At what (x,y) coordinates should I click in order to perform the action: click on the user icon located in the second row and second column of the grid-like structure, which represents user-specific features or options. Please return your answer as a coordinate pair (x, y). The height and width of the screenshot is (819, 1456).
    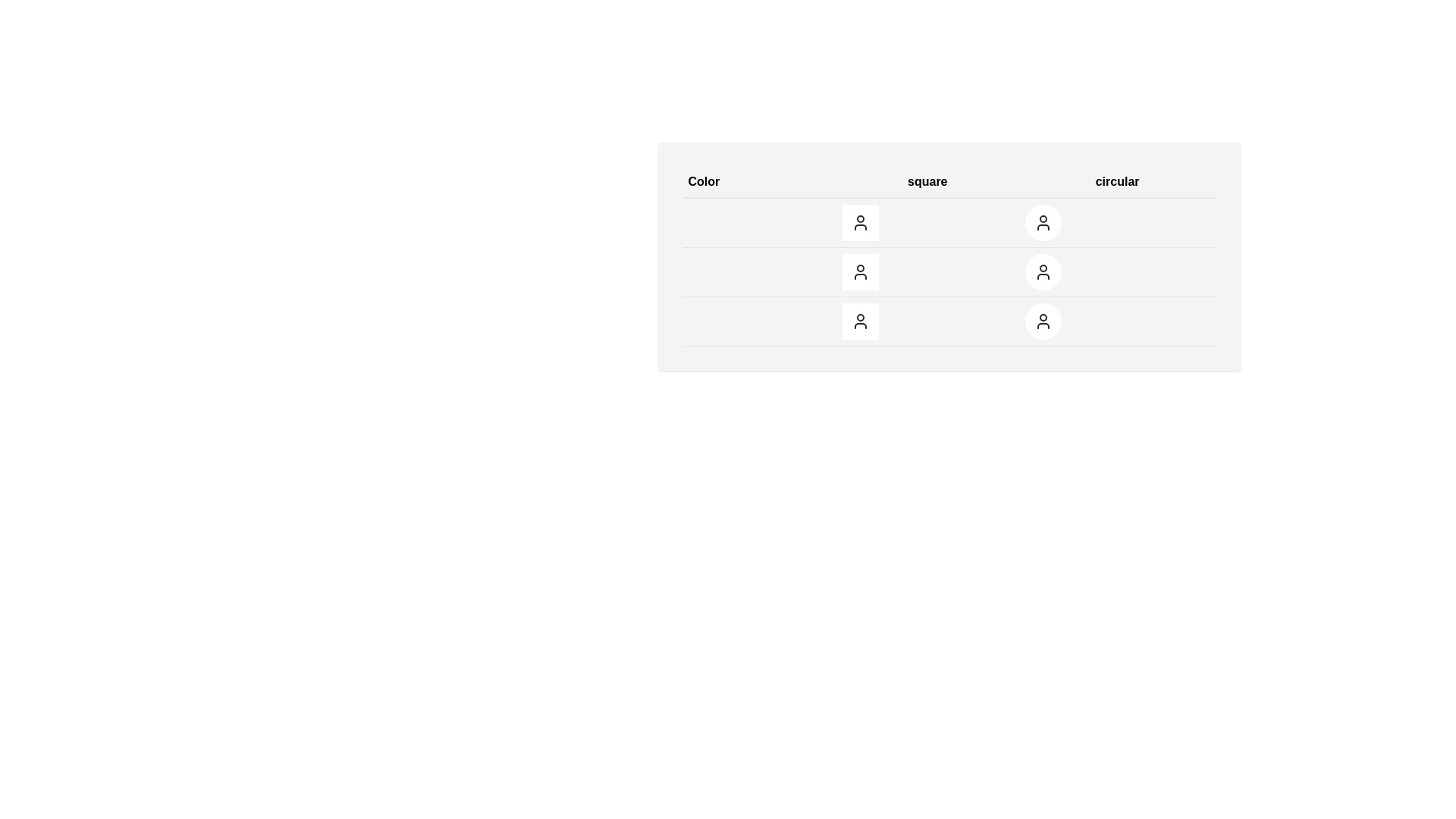
    Looking at the image, I should click on (860, 271).